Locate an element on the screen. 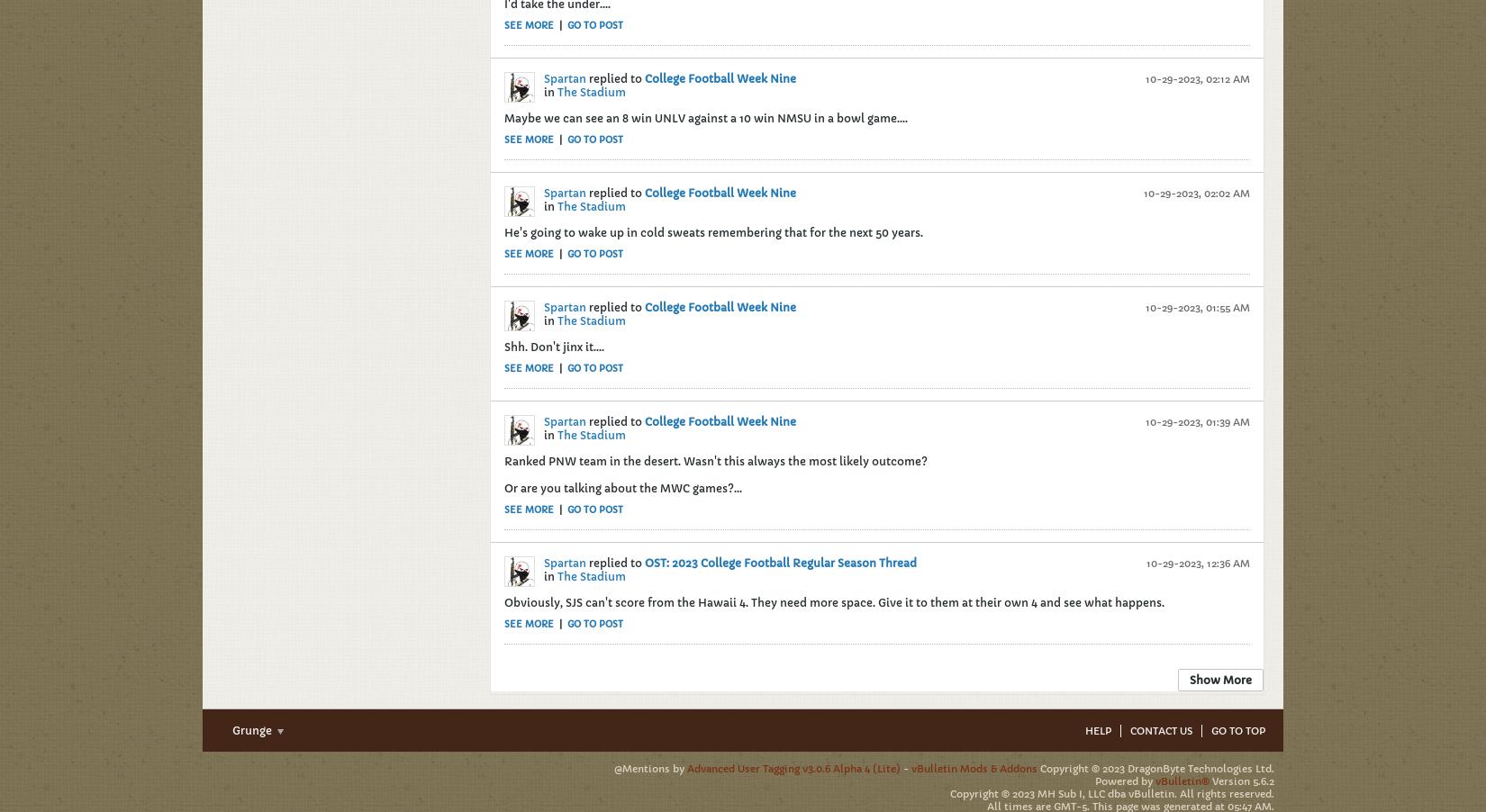 This screenshot has height=812, width=1486. 'Contact Us' is located at coordinates (1160, 729).